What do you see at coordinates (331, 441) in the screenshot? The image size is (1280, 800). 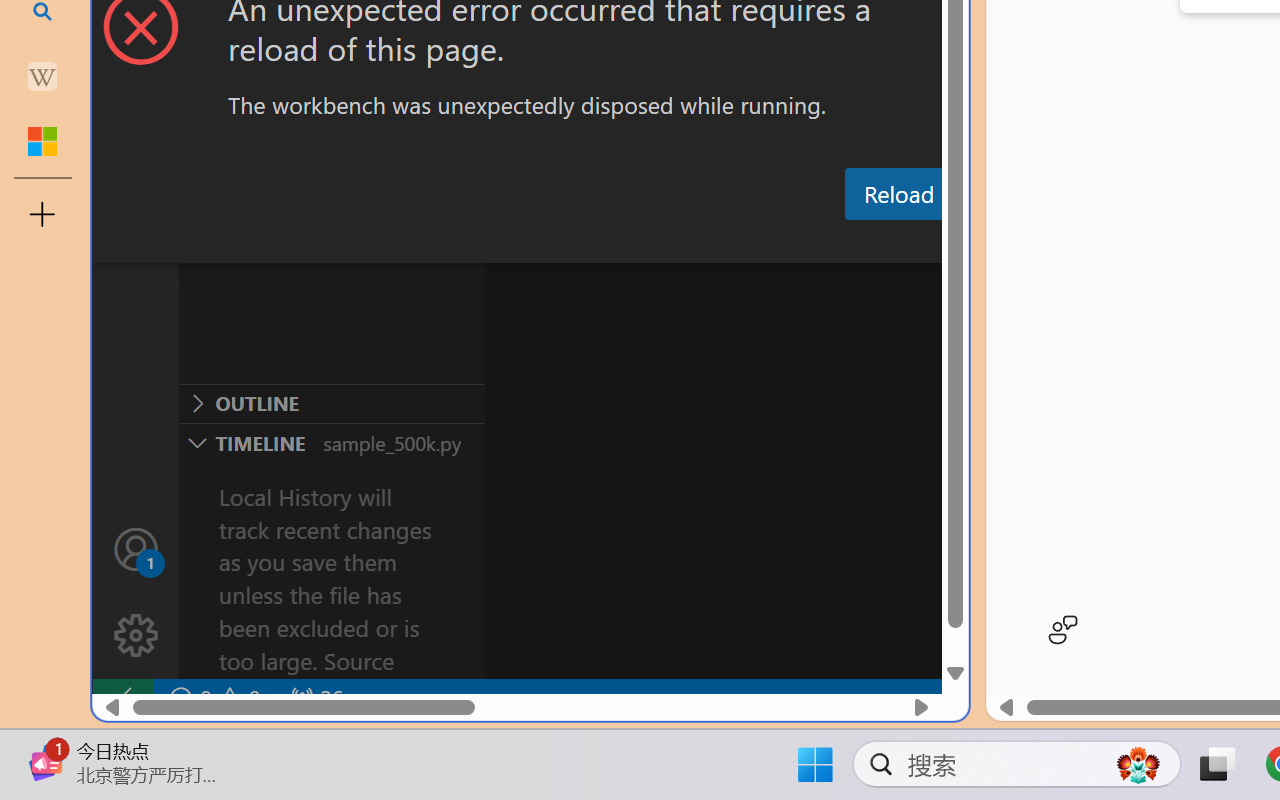 I see `'Timeline Section'` at bounding box center [331, 441].